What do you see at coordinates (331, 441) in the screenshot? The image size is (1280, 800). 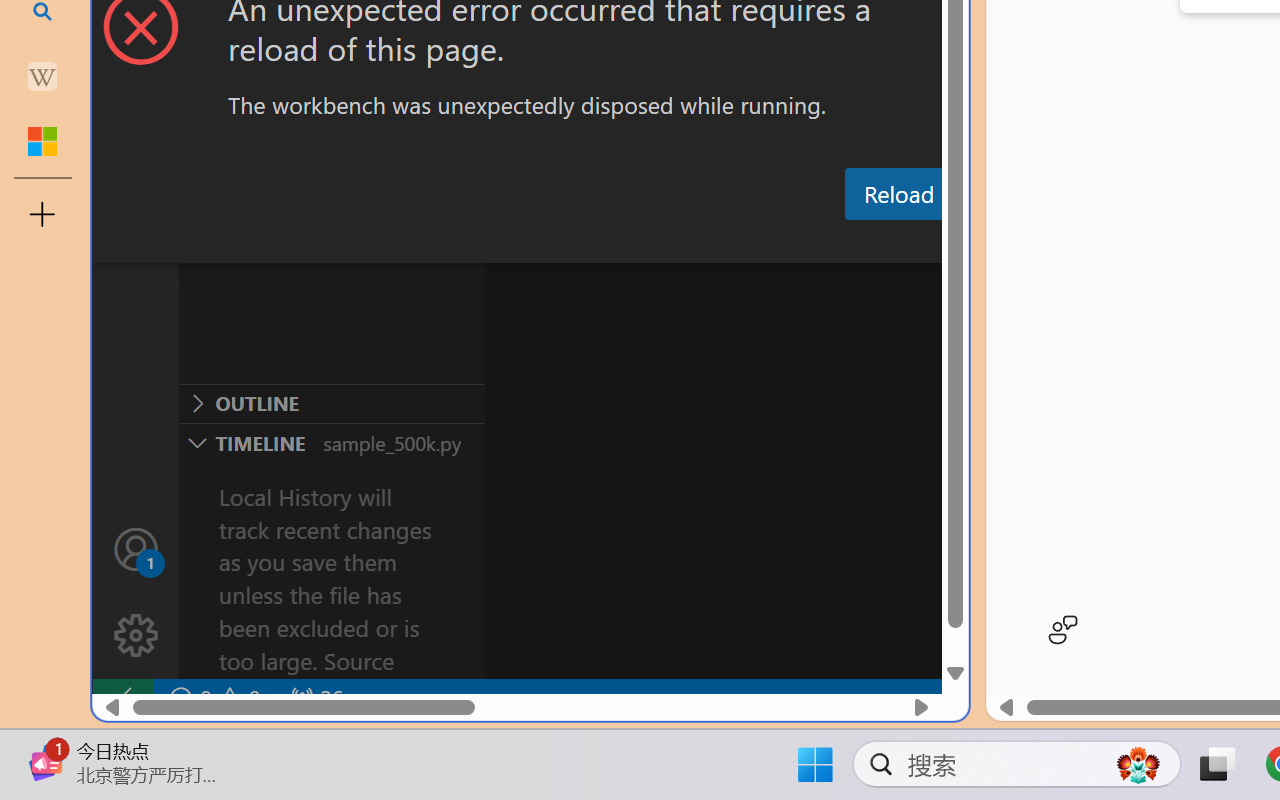 I see `'Timeline Section'` at bounding box center [331, 441].